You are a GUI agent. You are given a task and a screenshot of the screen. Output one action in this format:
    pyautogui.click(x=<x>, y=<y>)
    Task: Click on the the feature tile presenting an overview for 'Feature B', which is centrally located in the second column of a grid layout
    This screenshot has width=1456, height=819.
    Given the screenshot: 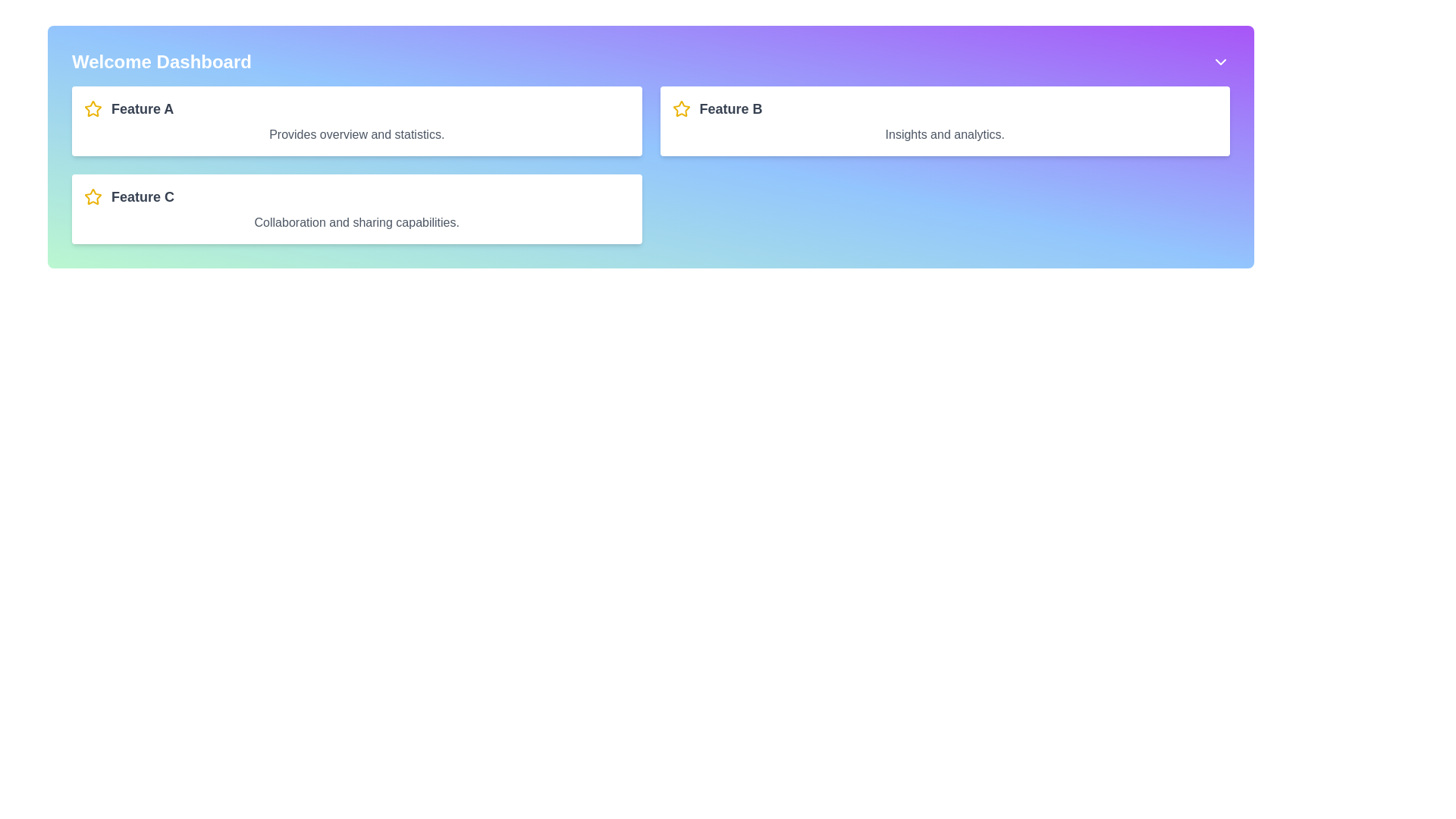 What is the action you would take?
    pyautogui.click(x=944, y=120)
    